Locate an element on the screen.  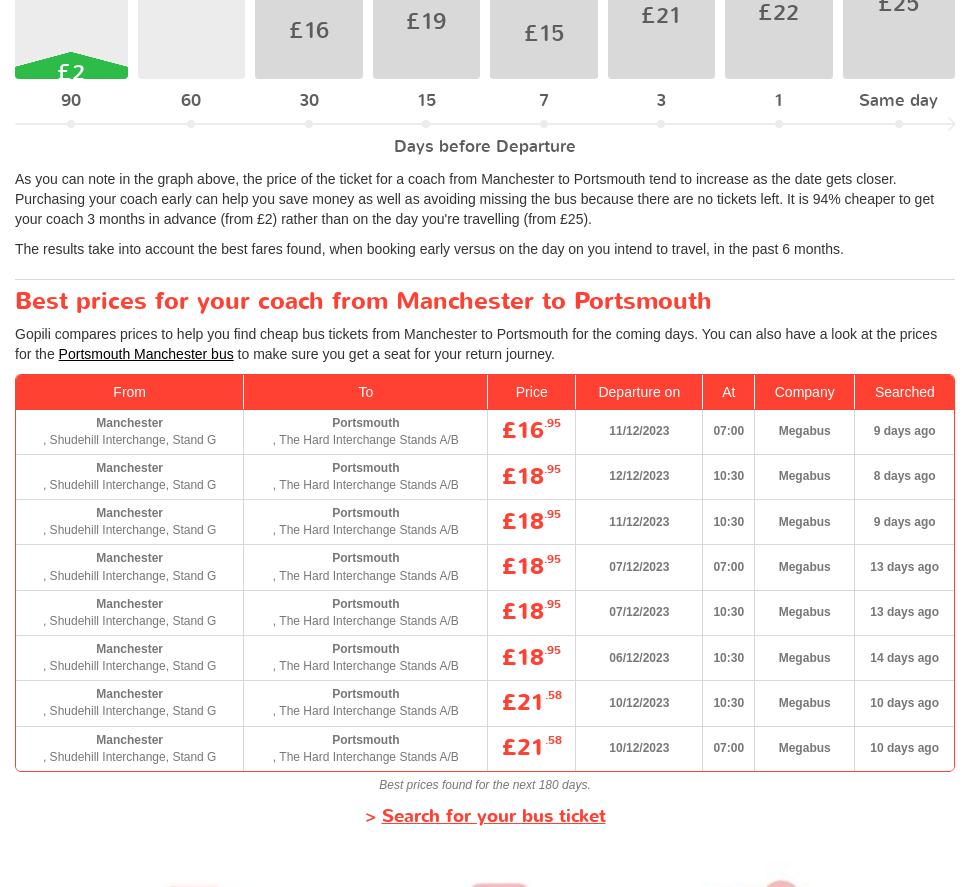
'The results take into account the best fares found, when booking early versus on the day on you intend to travel, in the past 6 months.' is located at coordinates (429, 247).